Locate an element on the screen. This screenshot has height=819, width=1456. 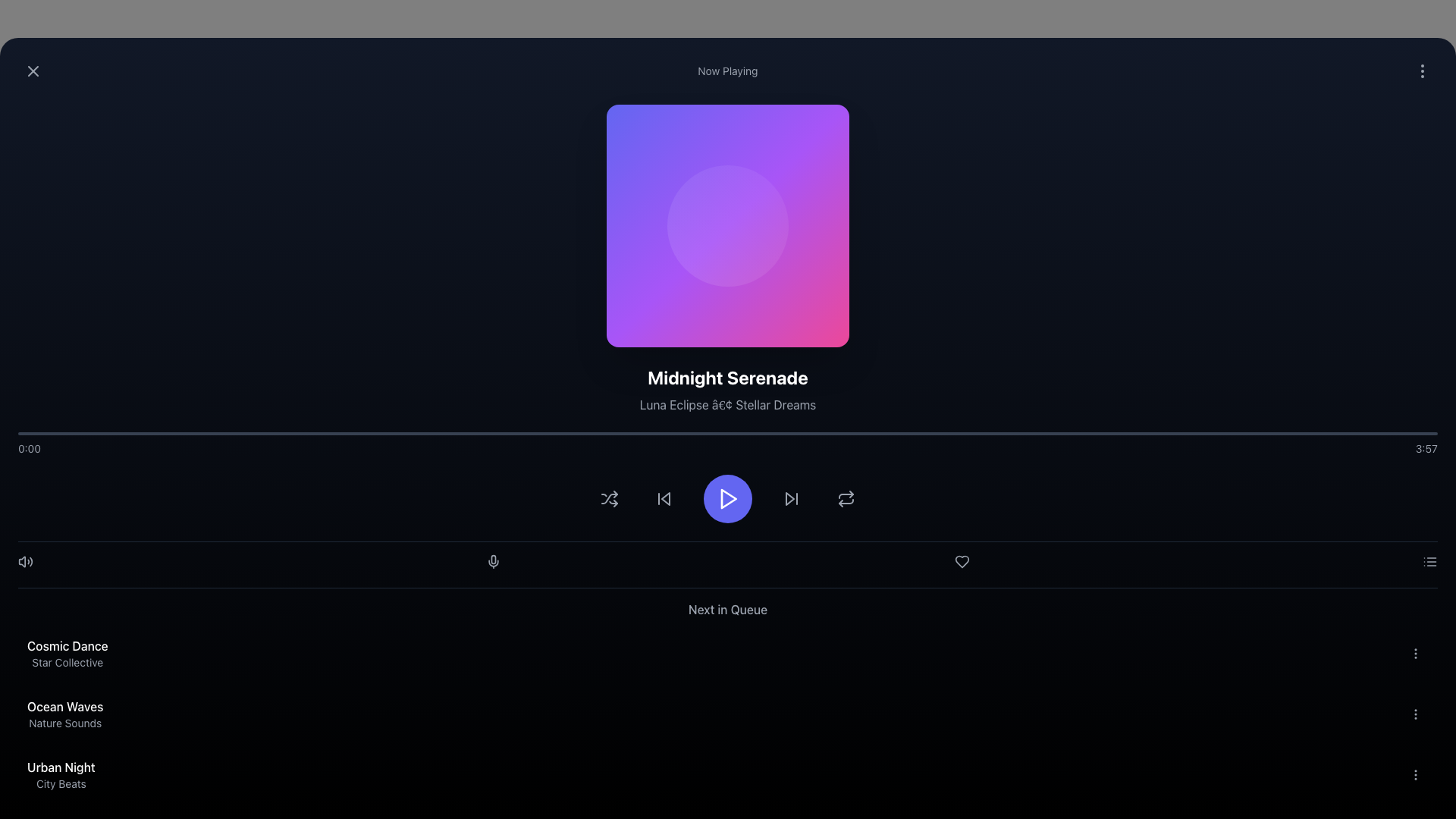
the centrally positioned play button with a blue circular background in the music playback control bar to initiate playback or pause the music is located at coordinates (728, 499).